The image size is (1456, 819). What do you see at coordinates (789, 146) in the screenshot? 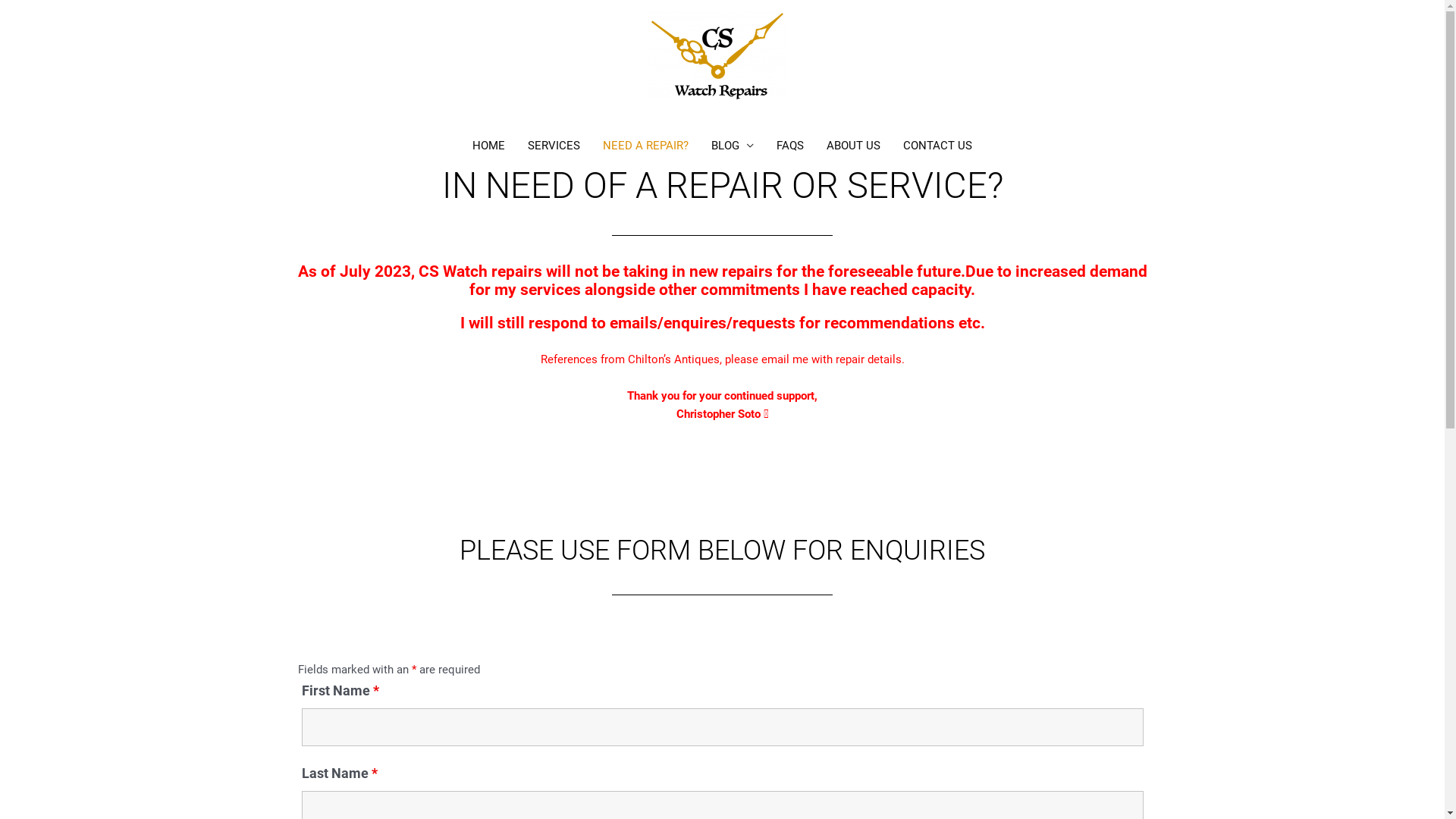
I see `'FAQS'` at bounding box center [789, 146].